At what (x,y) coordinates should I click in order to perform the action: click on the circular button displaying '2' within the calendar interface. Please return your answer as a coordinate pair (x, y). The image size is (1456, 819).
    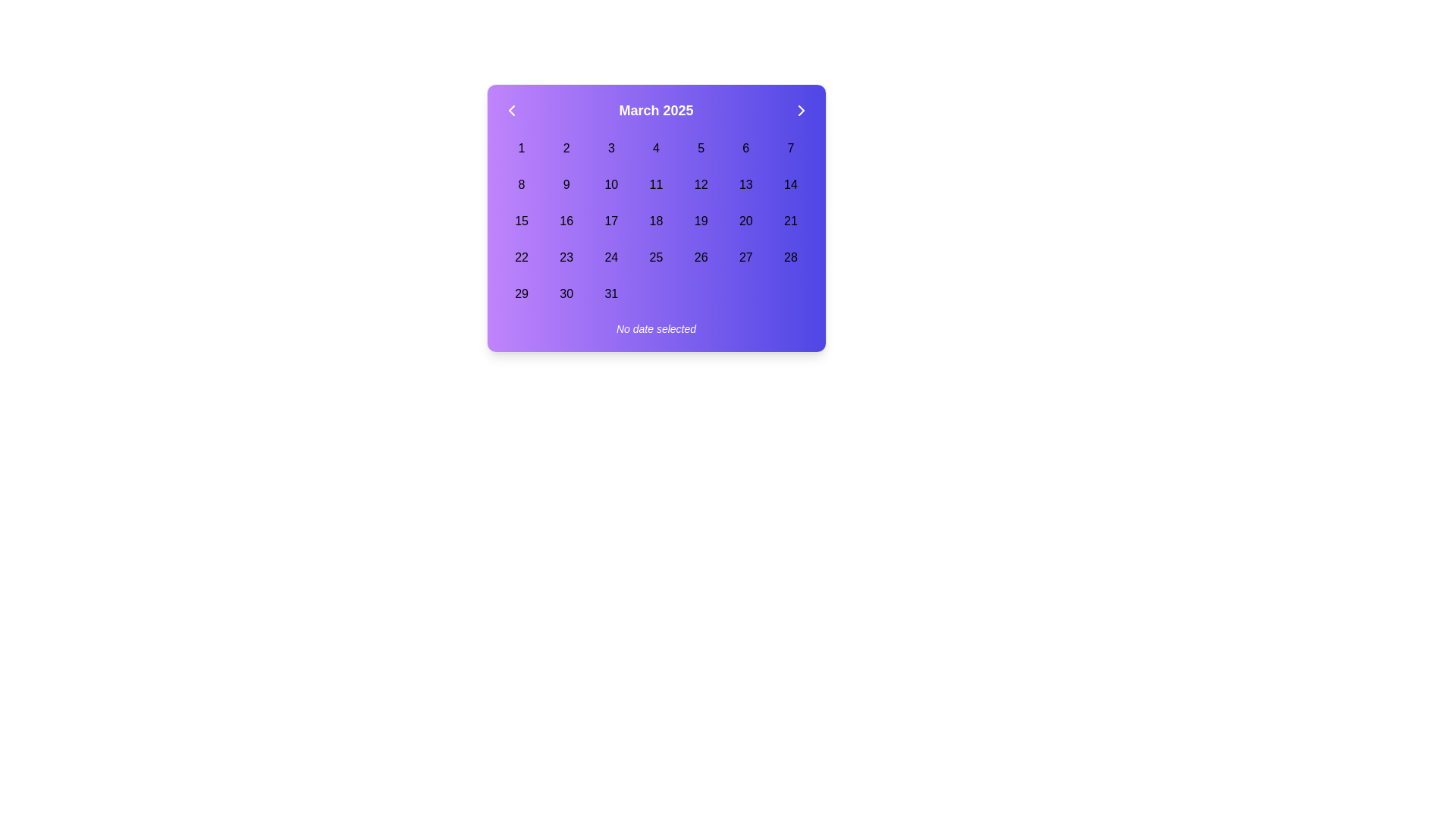
    Looking at the image, I should click on (566, 149).